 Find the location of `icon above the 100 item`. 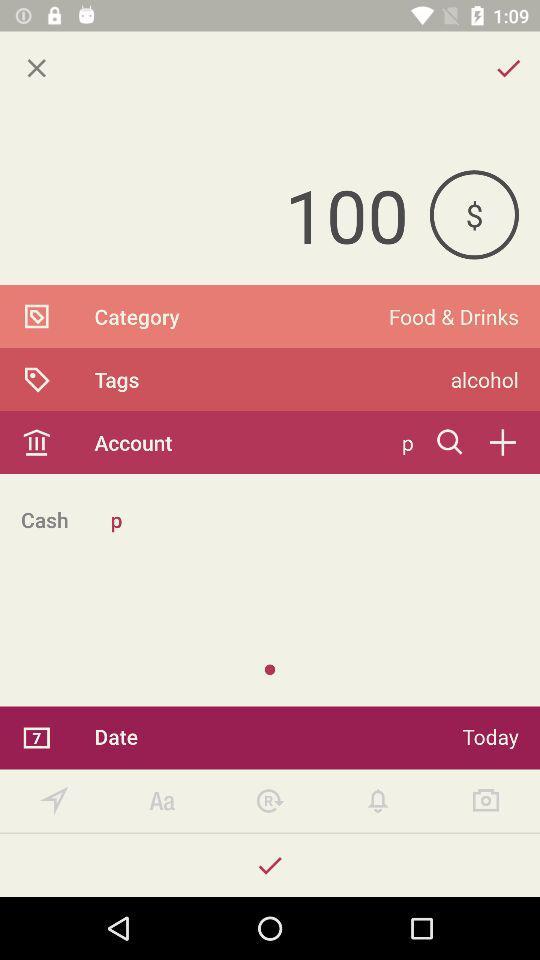

icon above the 100 item is located at coordinates (36, 68).